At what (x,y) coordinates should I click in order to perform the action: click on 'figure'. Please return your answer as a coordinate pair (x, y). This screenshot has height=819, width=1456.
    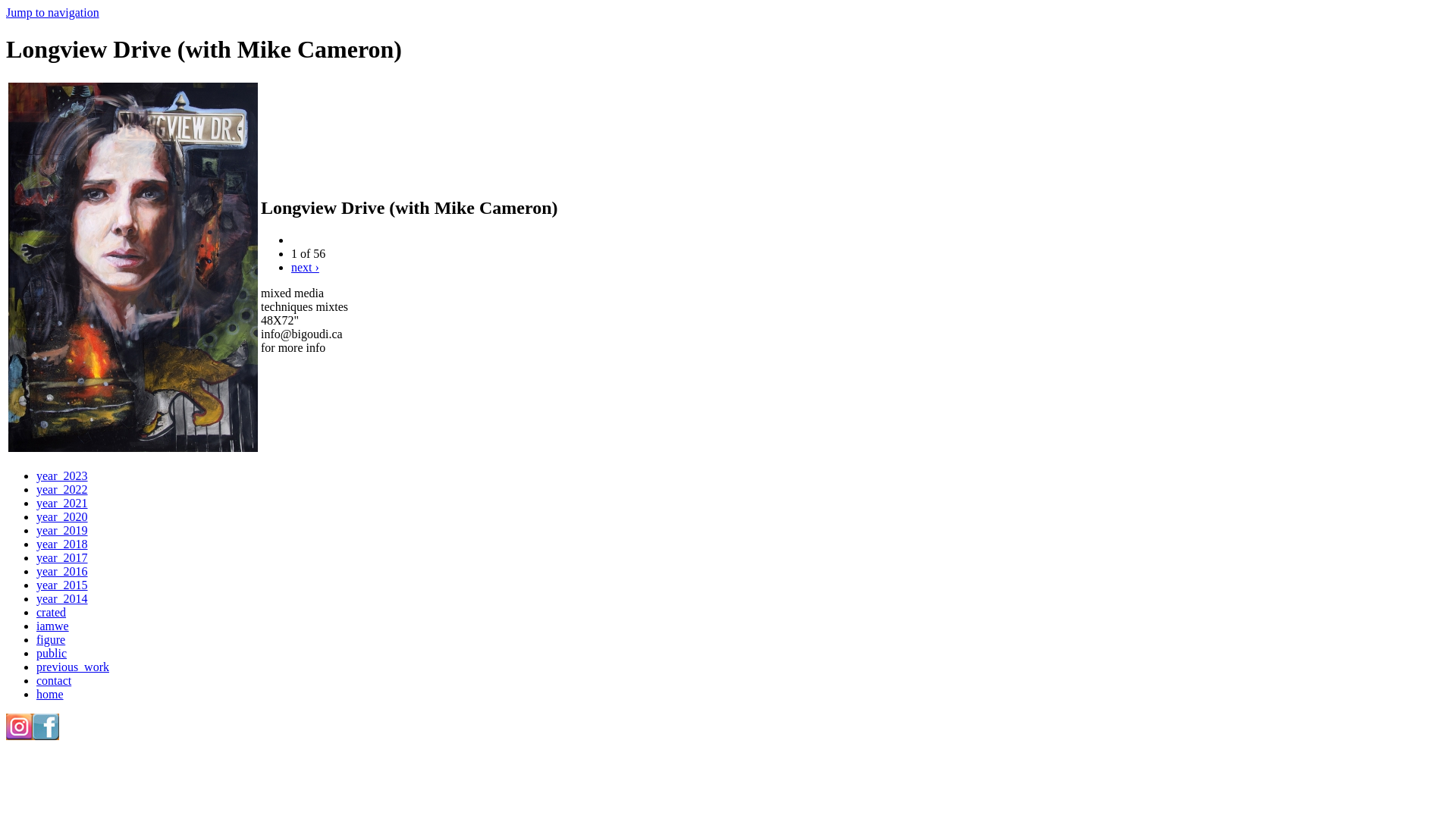
    Looking at the image, I should click on (51, 639).